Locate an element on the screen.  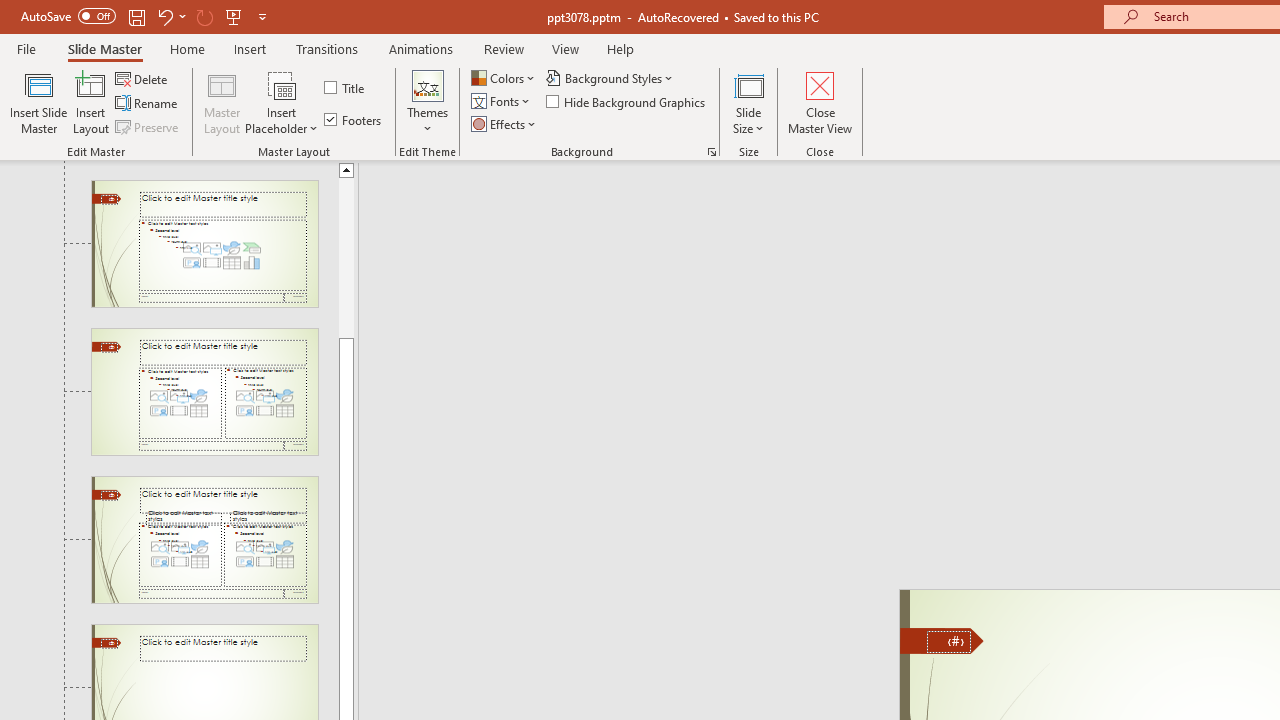
'Close Master View' is located at coordinates (820, 103).